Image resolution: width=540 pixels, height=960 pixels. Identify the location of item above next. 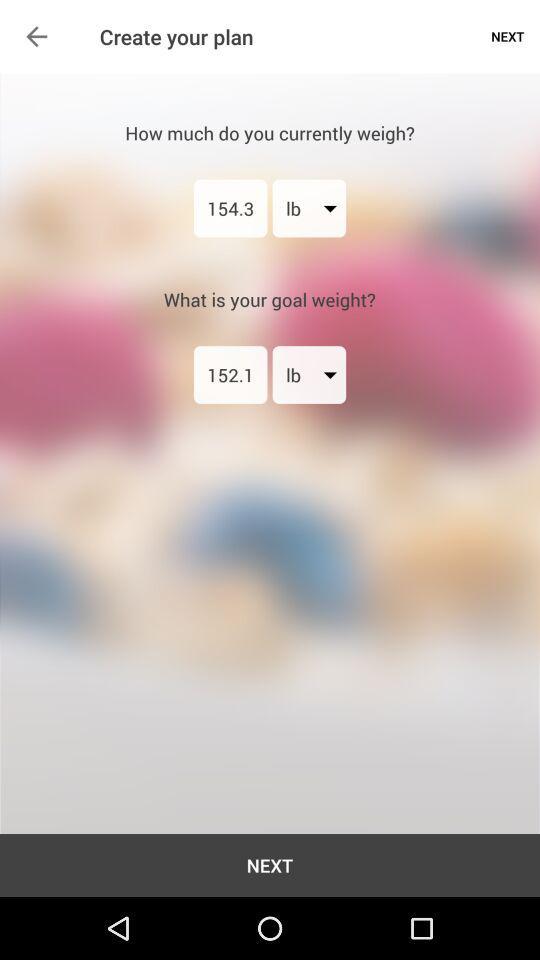
(36, 35).